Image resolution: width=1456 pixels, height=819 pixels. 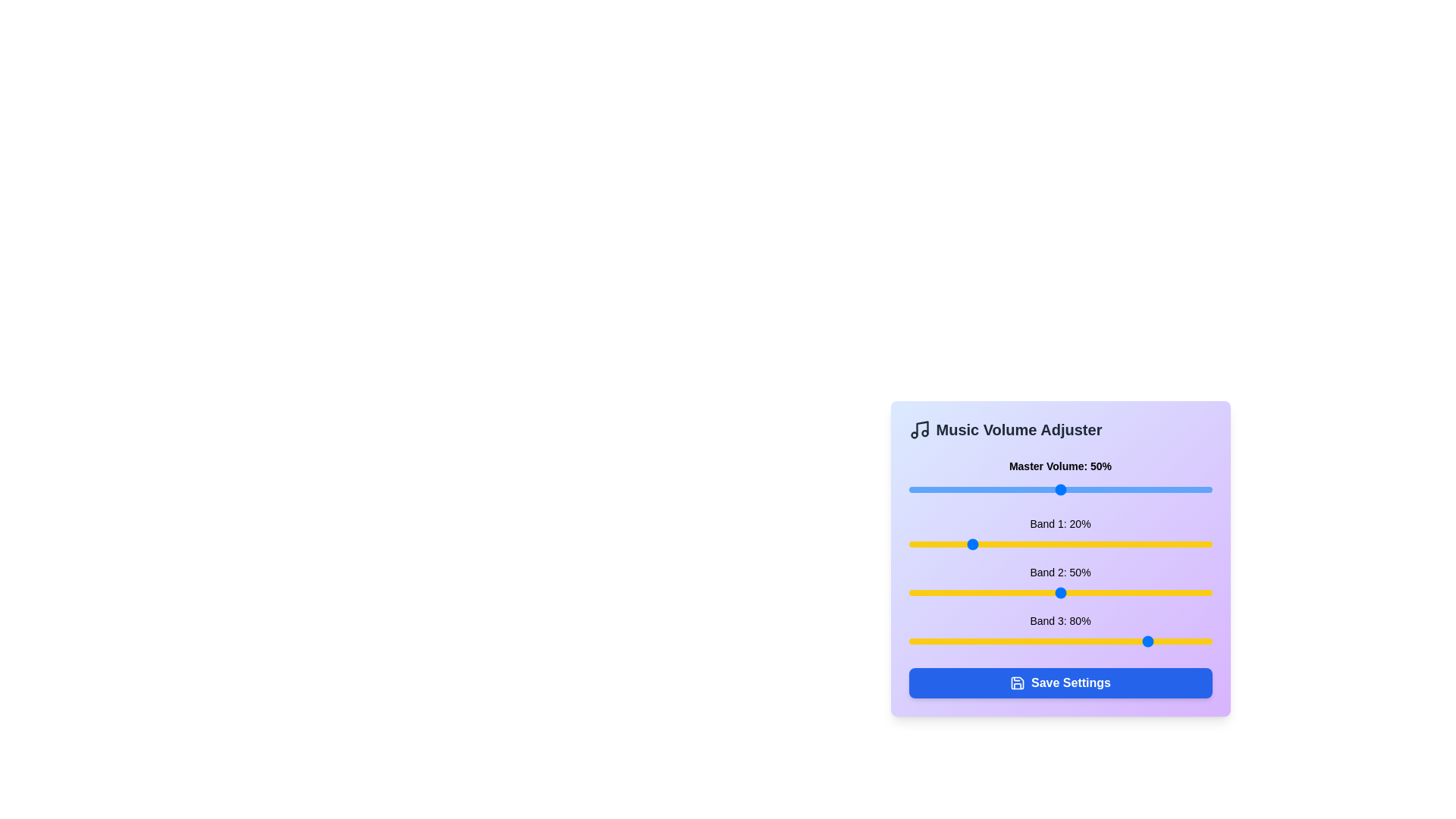 What do you see at coordinates (1059, 641) in the screenshot?
I see `Band 3 slider` at bounding box center [1059, 641].